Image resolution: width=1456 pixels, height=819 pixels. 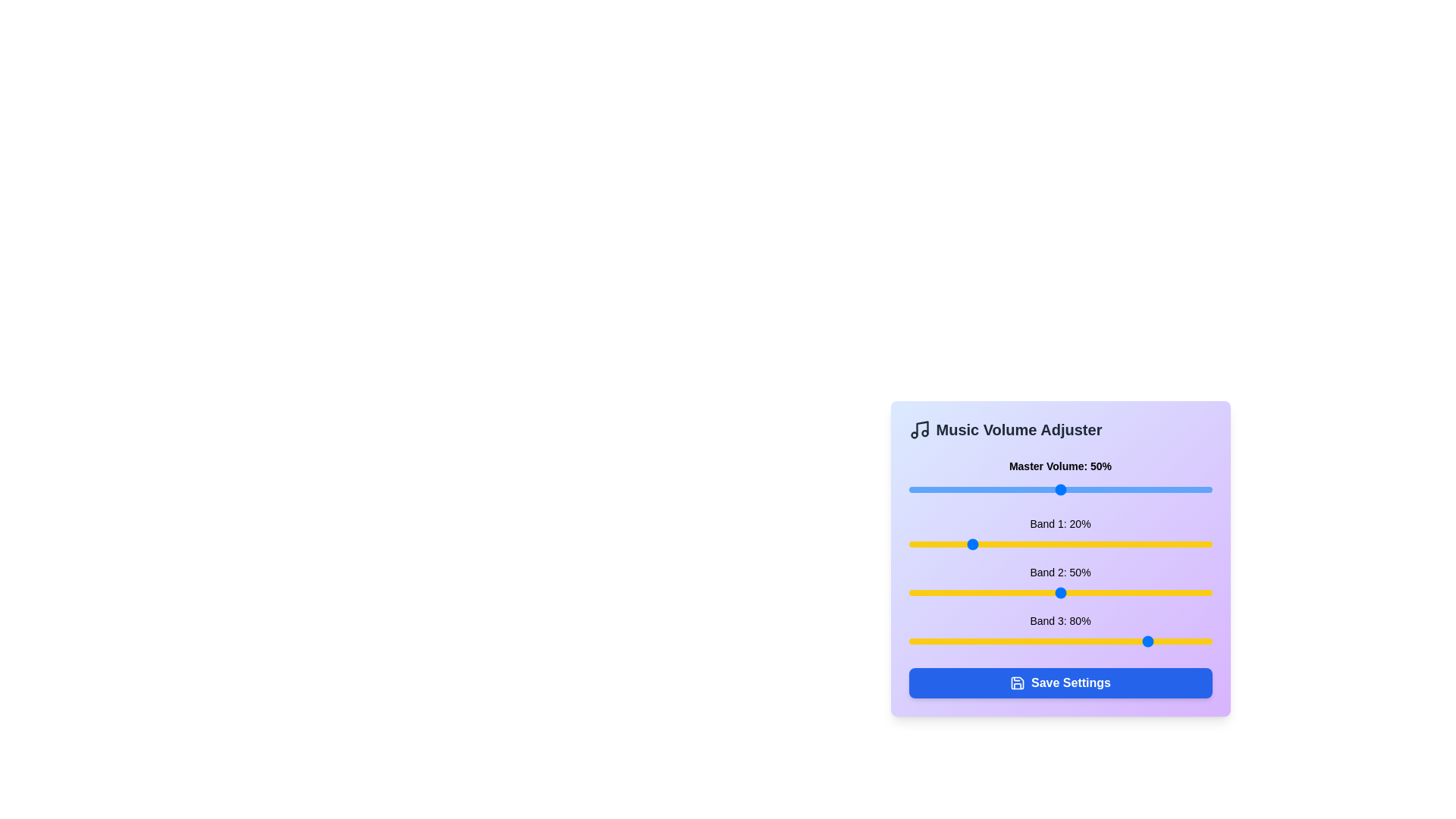 What do you see at coordinates (1059, 641) in the screenshot?
I see `Band 3 slider` at bounding box center [1059, 641].